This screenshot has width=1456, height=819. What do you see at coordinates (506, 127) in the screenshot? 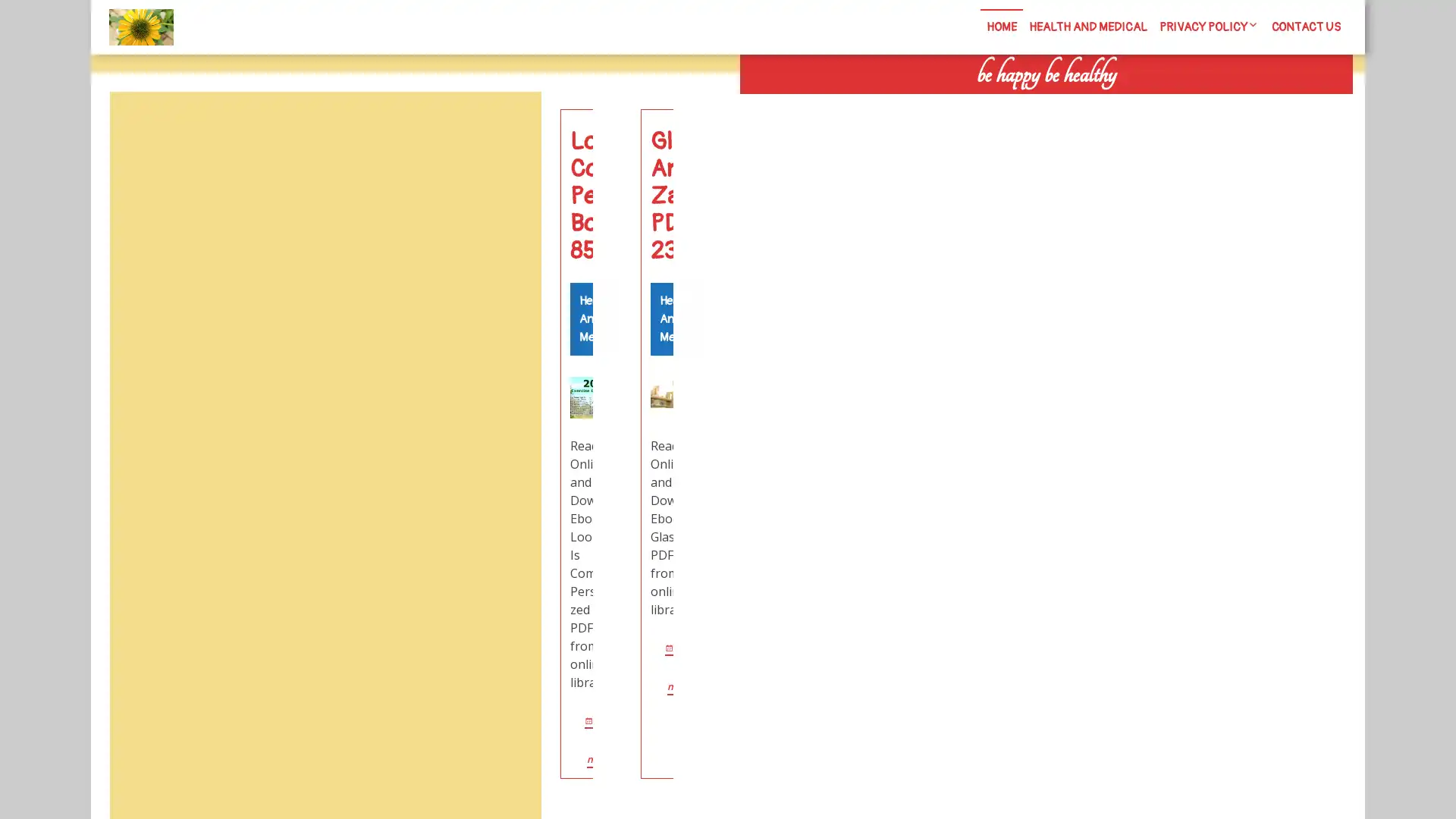
I see `Search` at bounding box center [506, 127].